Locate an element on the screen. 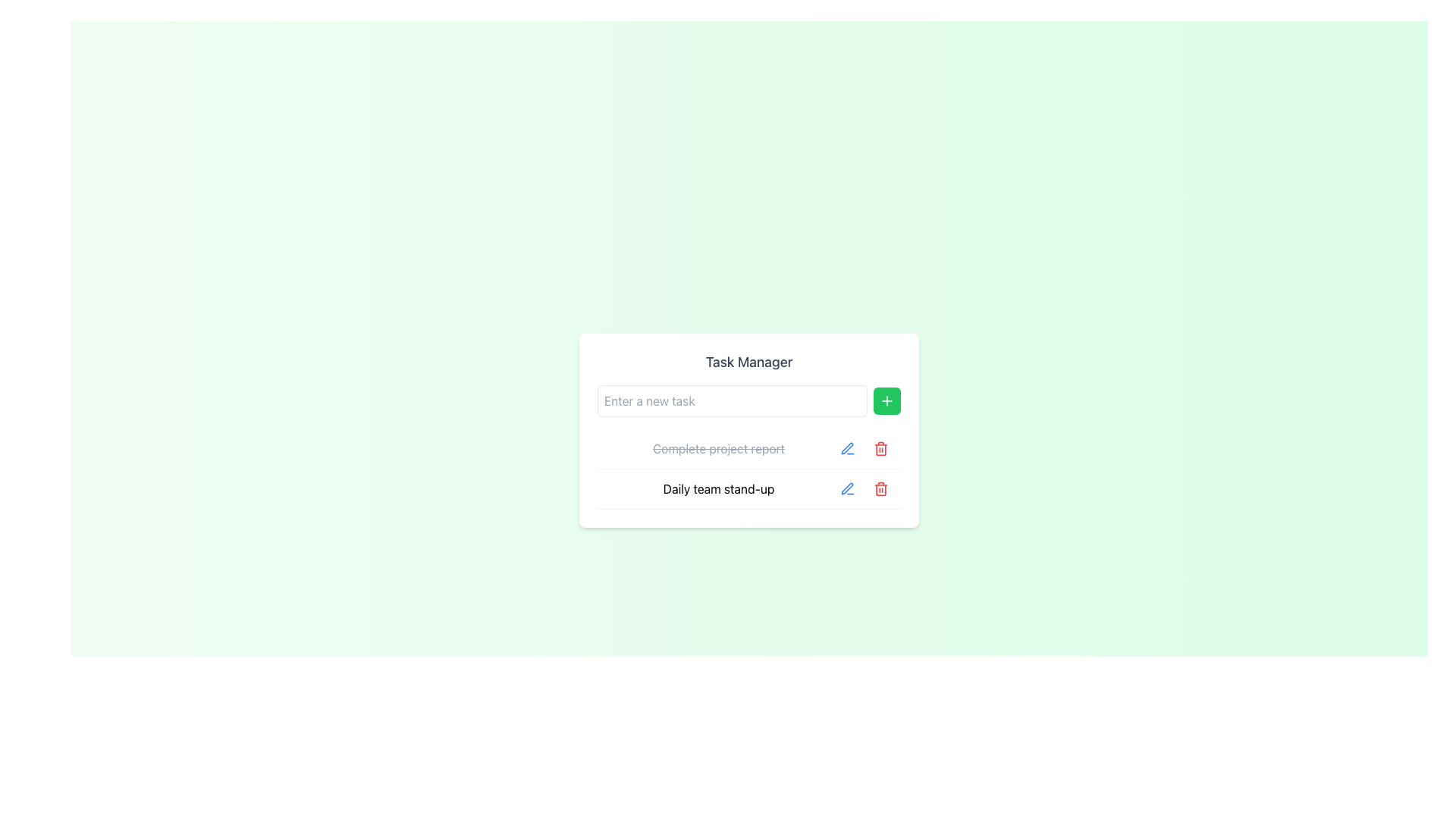  the edit button icon adjacent to the 'Daily team stand-up' task is located at coordinates (847, 447).